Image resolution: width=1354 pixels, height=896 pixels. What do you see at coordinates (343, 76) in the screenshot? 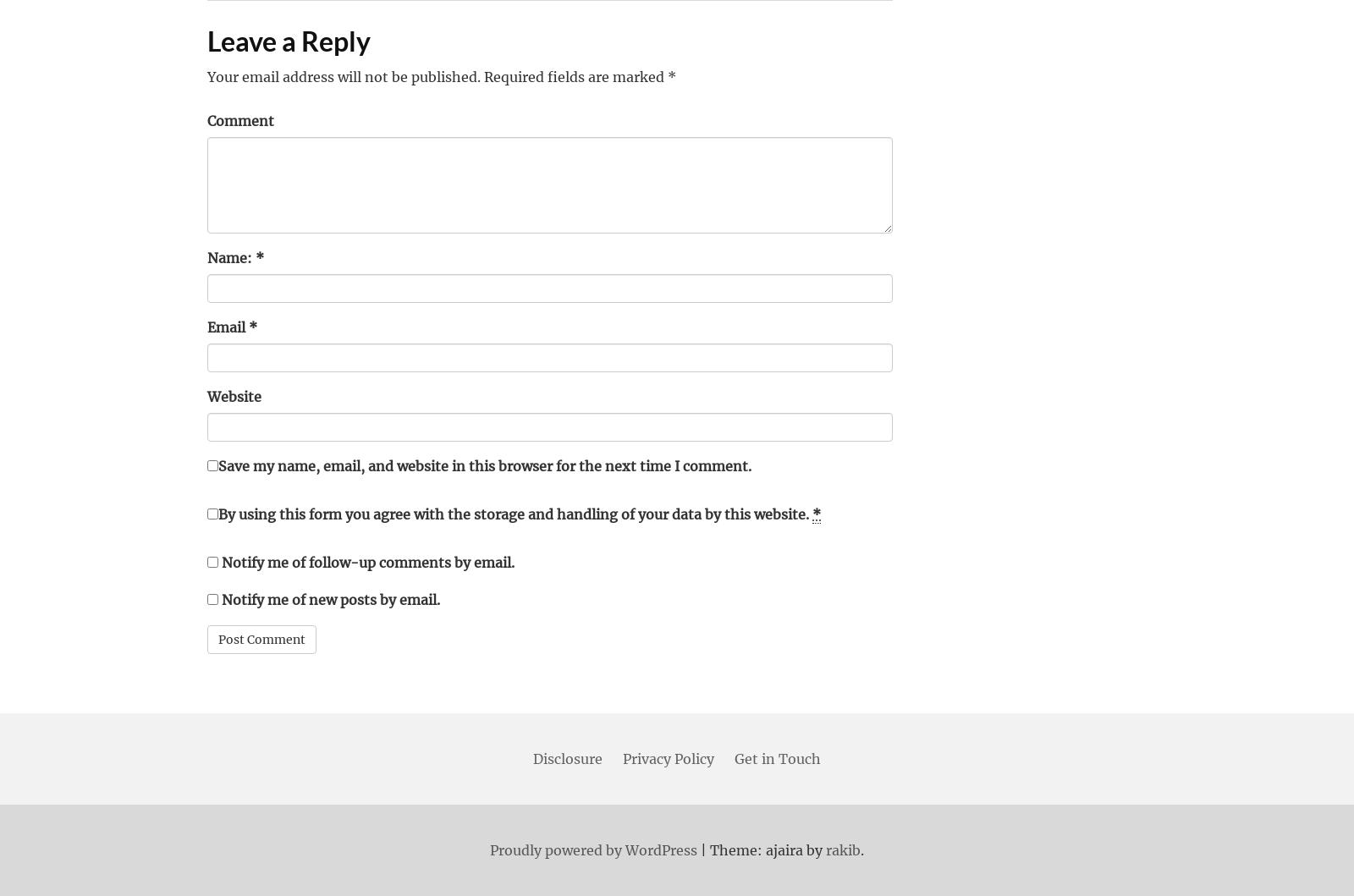
I see `'Your email address will not be published.'` at bounding box center [343, 76].